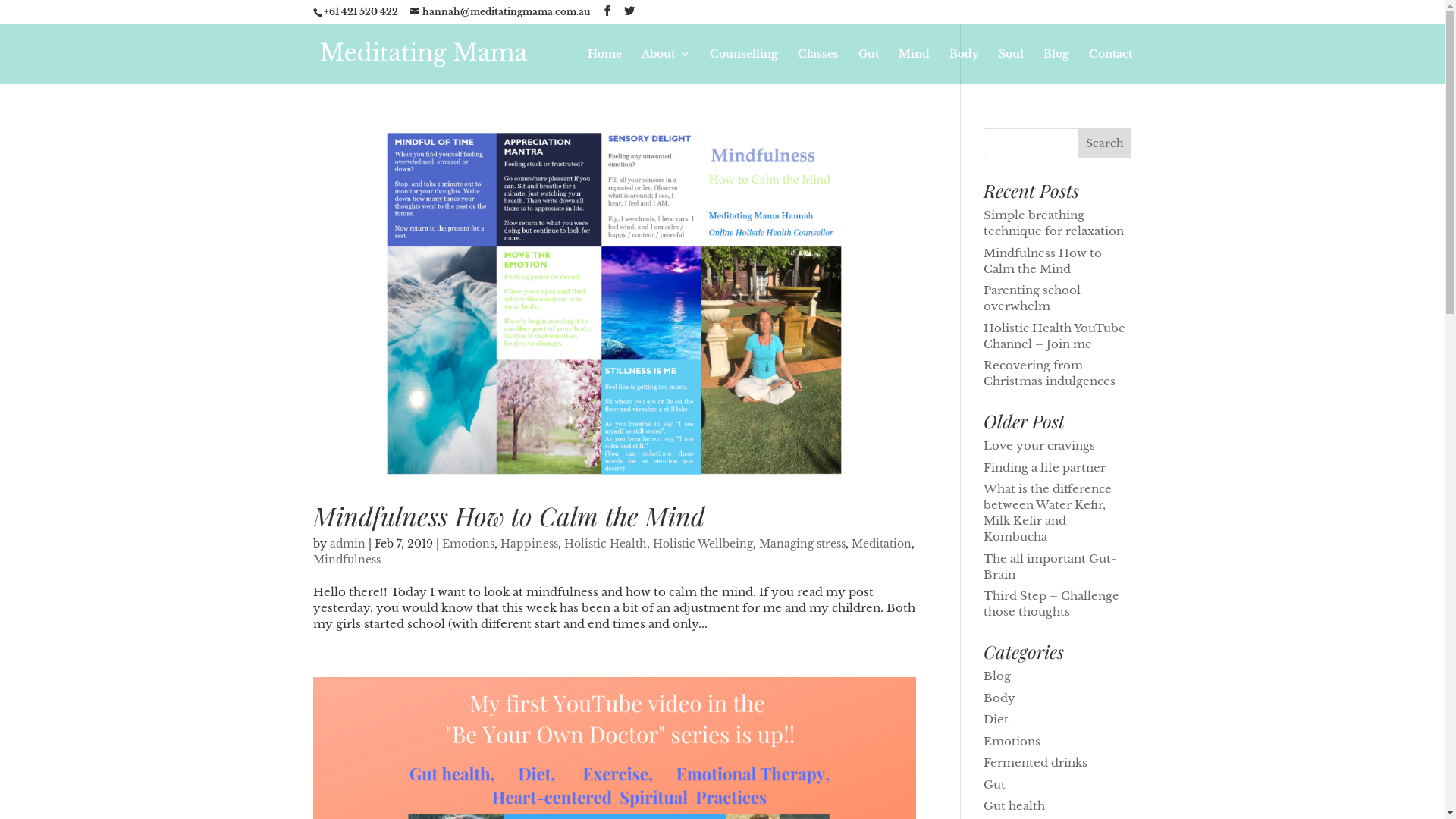 The width and height of the screenshot is (1456, 819). I want to click on 'Love your cravings', so click(1038, 444).